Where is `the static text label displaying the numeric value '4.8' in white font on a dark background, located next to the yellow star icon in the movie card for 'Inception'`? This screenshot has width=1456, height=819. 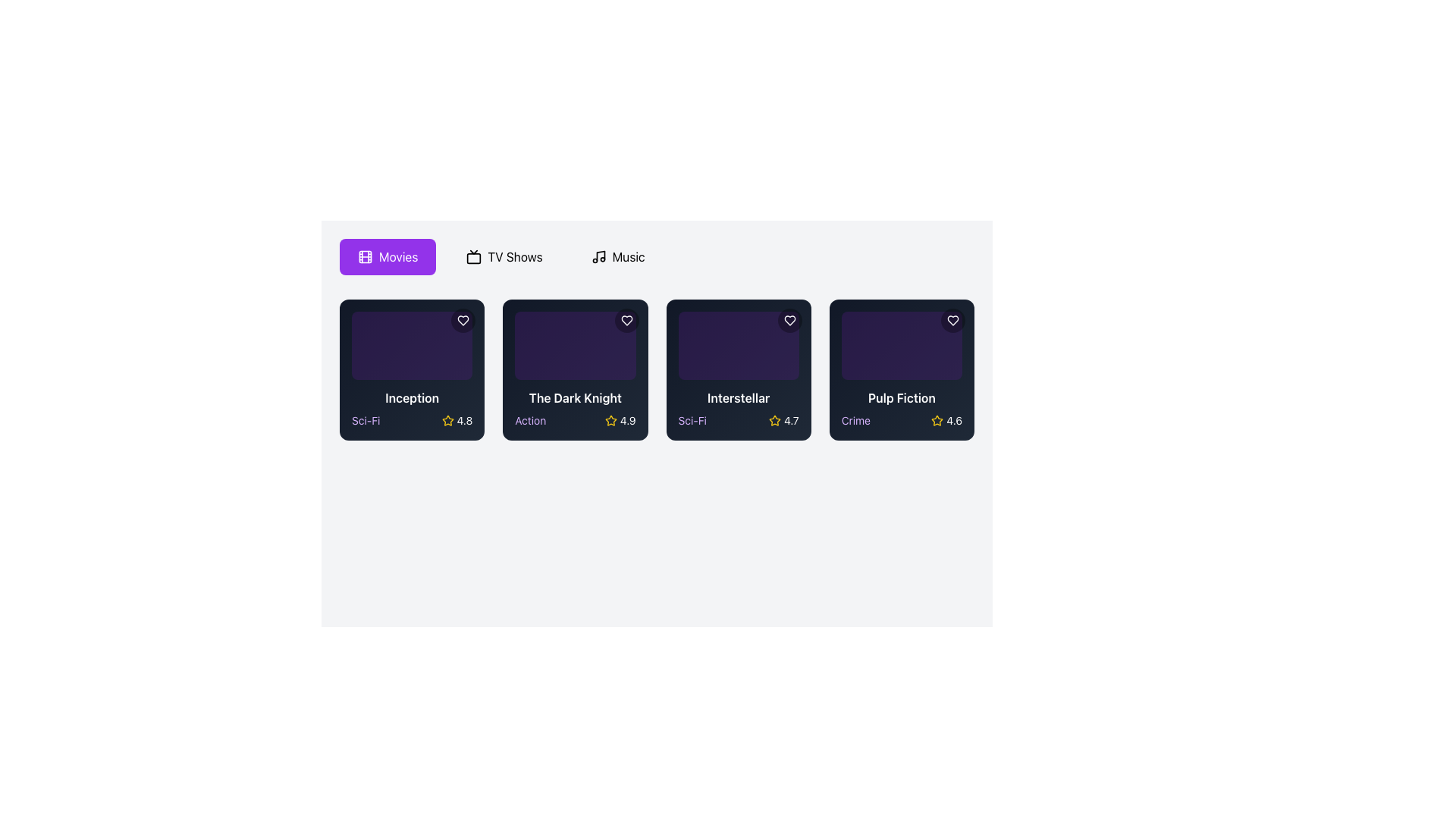
the static text label displaying the numeric value '4.8' in white font on a dark background, located next to the yellow star icon in the movie card for 'Inception' is located at coordinates (463, 420).